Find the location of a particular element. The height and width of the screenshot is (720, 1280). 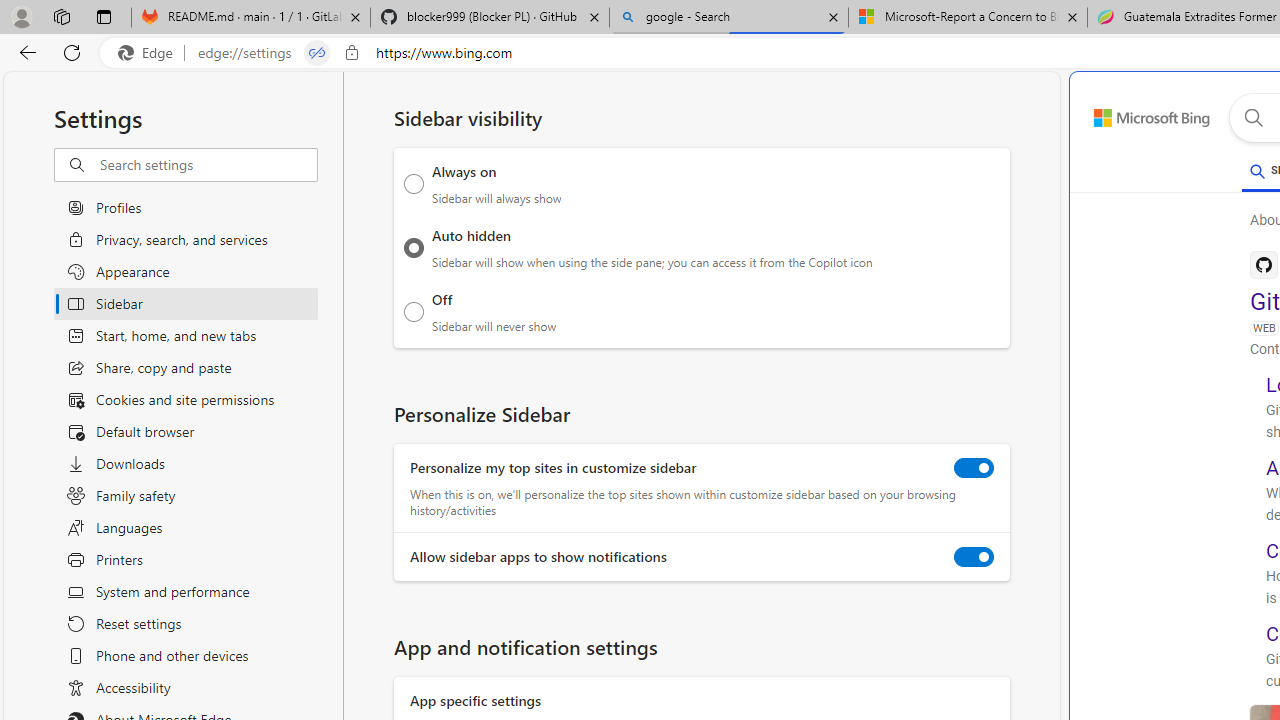

'Edge' is located at coordinates (149, 52).